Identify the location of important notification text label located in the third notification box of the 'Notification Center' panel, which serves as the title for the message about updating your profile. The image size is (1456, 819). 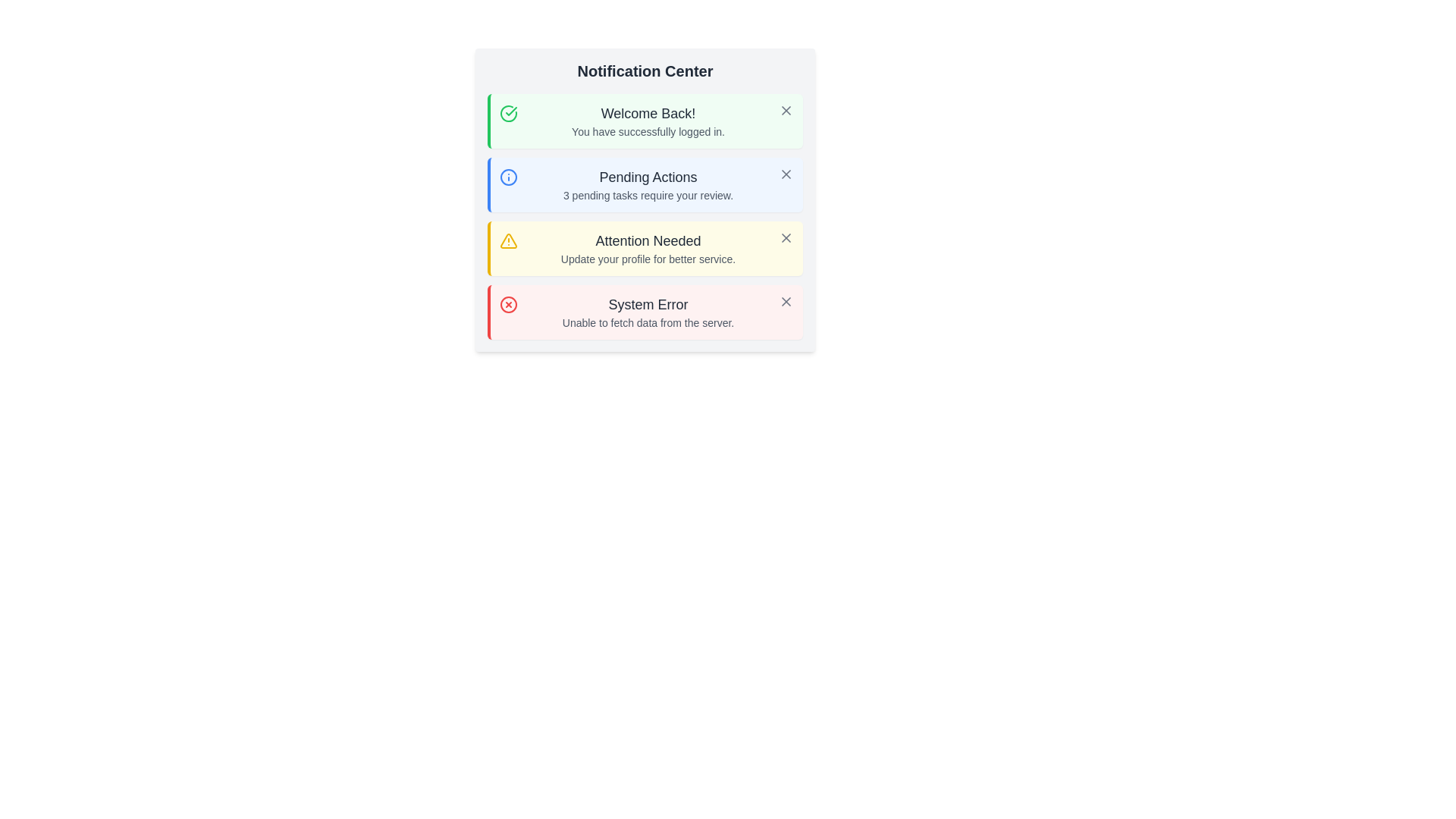
(648, 240).